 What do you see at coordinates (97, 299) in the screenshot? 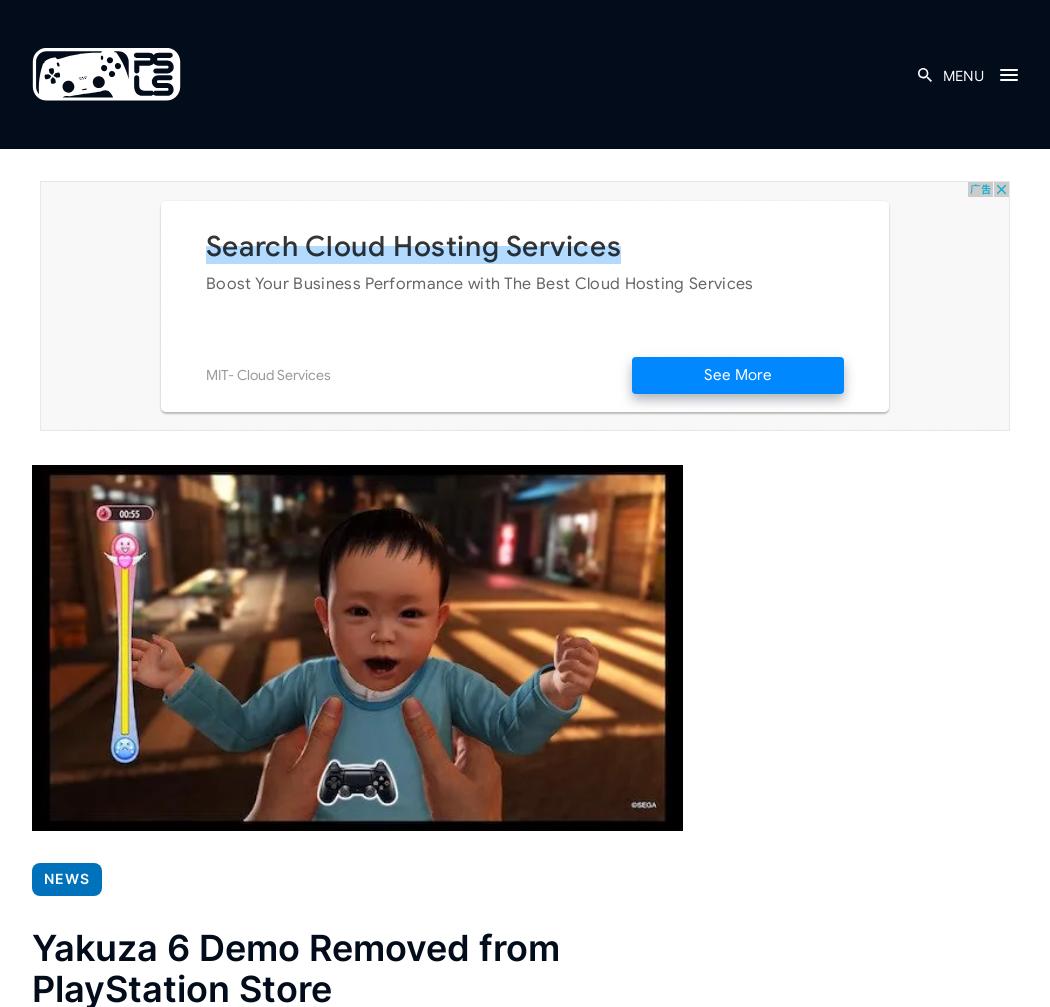
I see `'Related'` at bounding box center [97, 299].